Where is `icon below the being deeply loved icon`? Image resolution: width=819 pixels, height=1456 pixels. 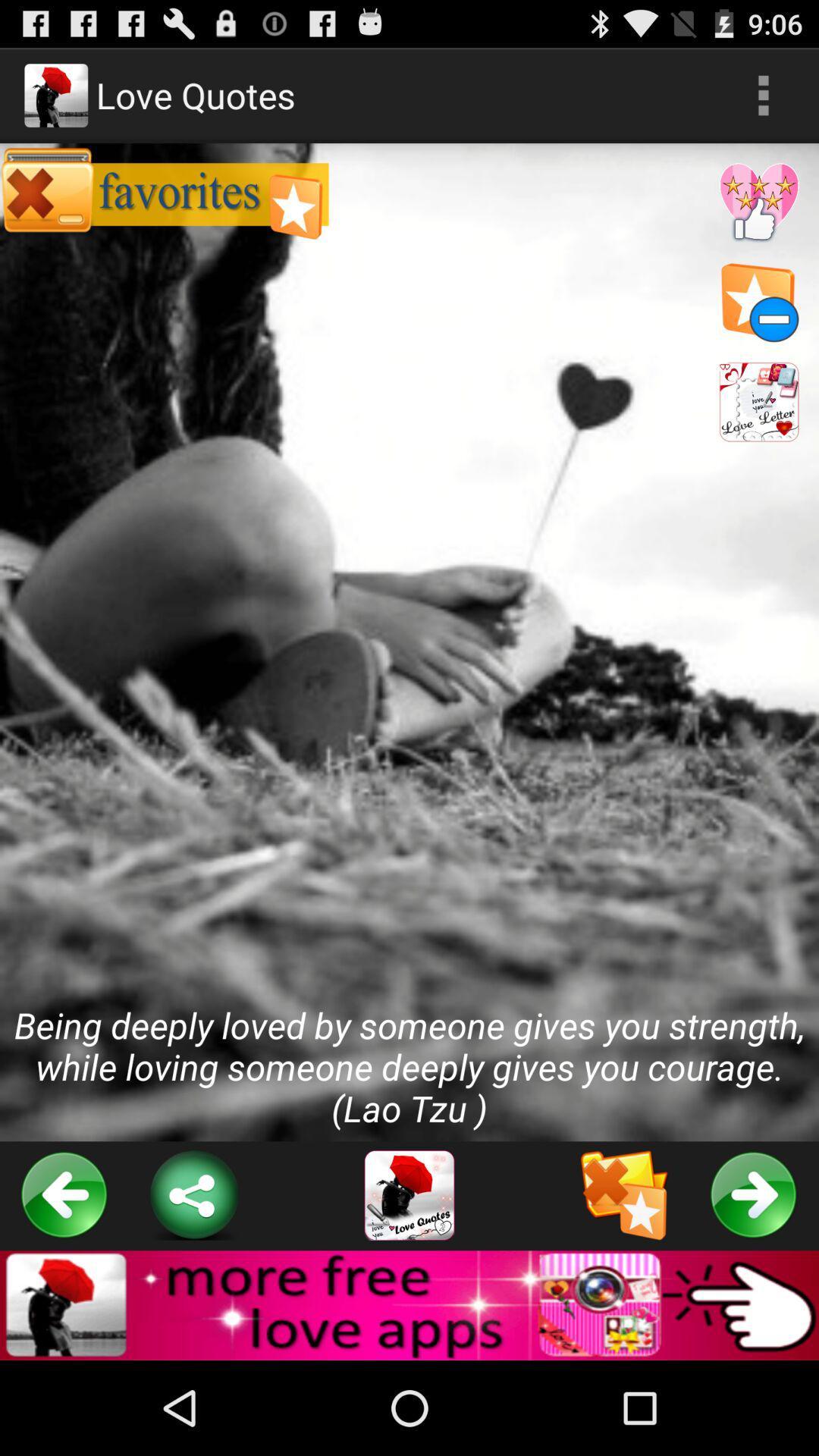
icon below the being deeply loved icon is located at coordinates (409, 1194).